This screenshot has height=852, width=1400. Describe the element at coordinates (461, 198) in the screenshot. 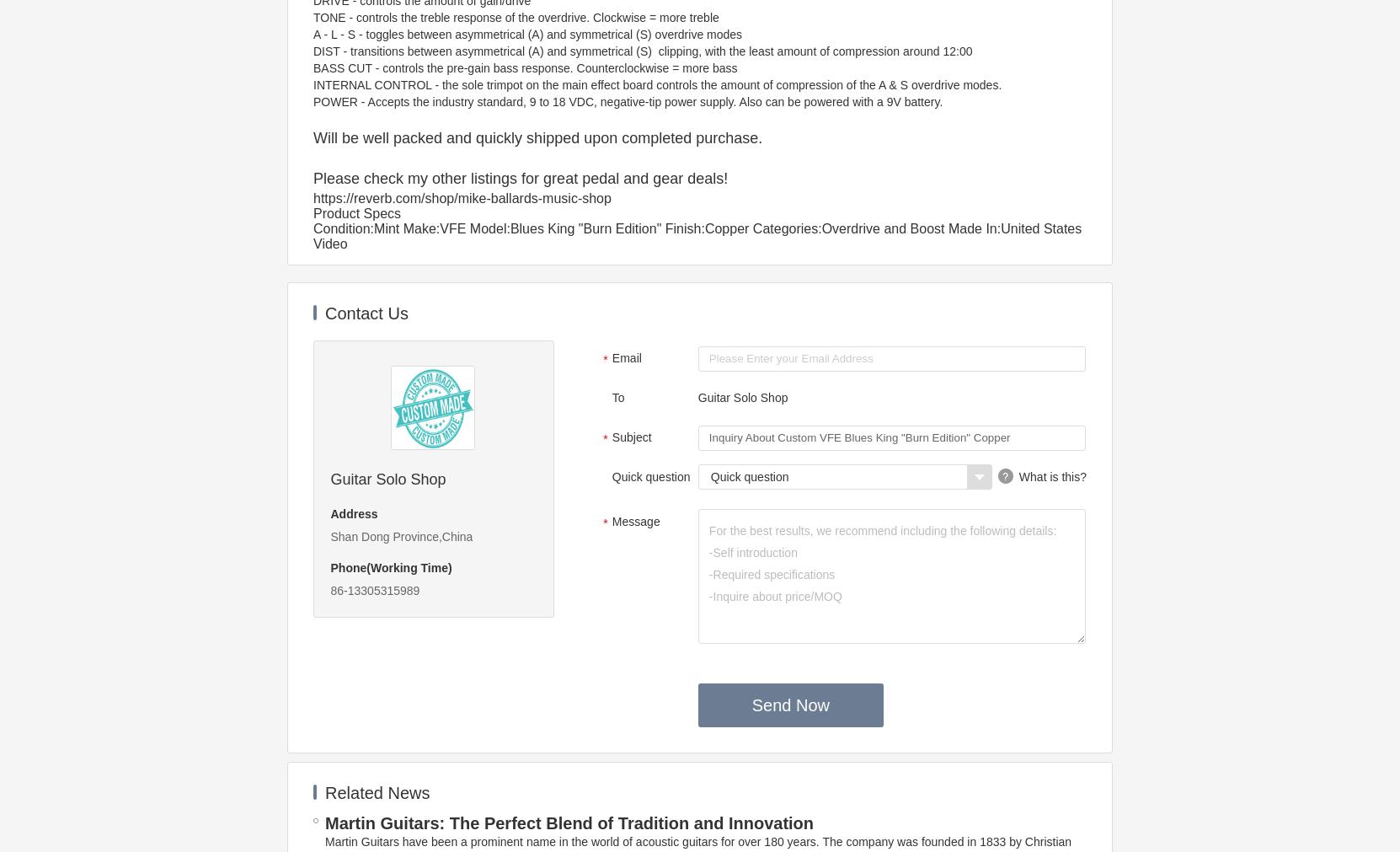

I see `'https://reverb.com/shop/mike-ballards-music-shop'` at that location.